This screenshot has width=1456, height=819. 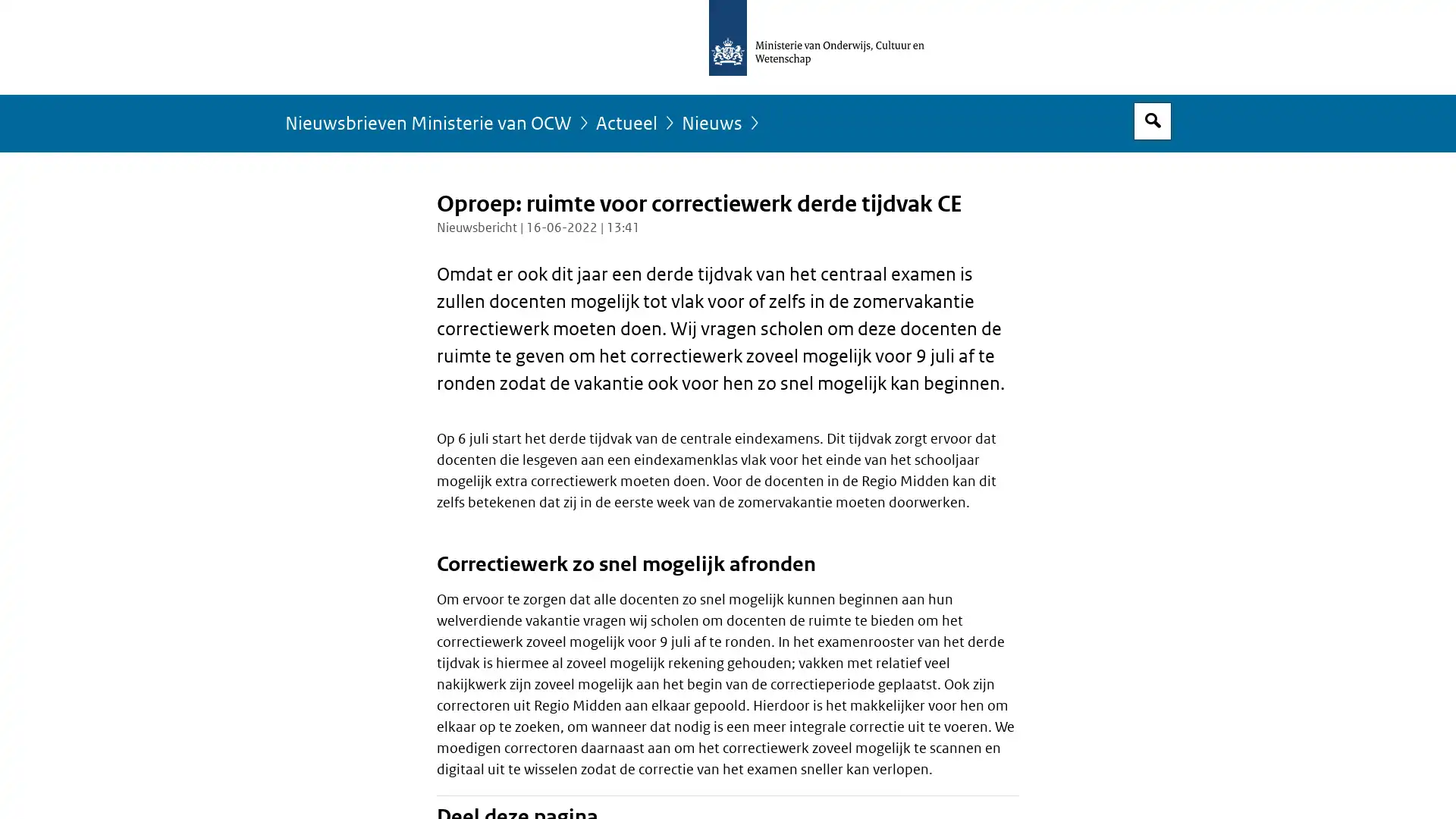 What do you see at coordinates (1153, 120) in the screenshot?
I see `Open zoekveld` at bounding box center [1153, 120].